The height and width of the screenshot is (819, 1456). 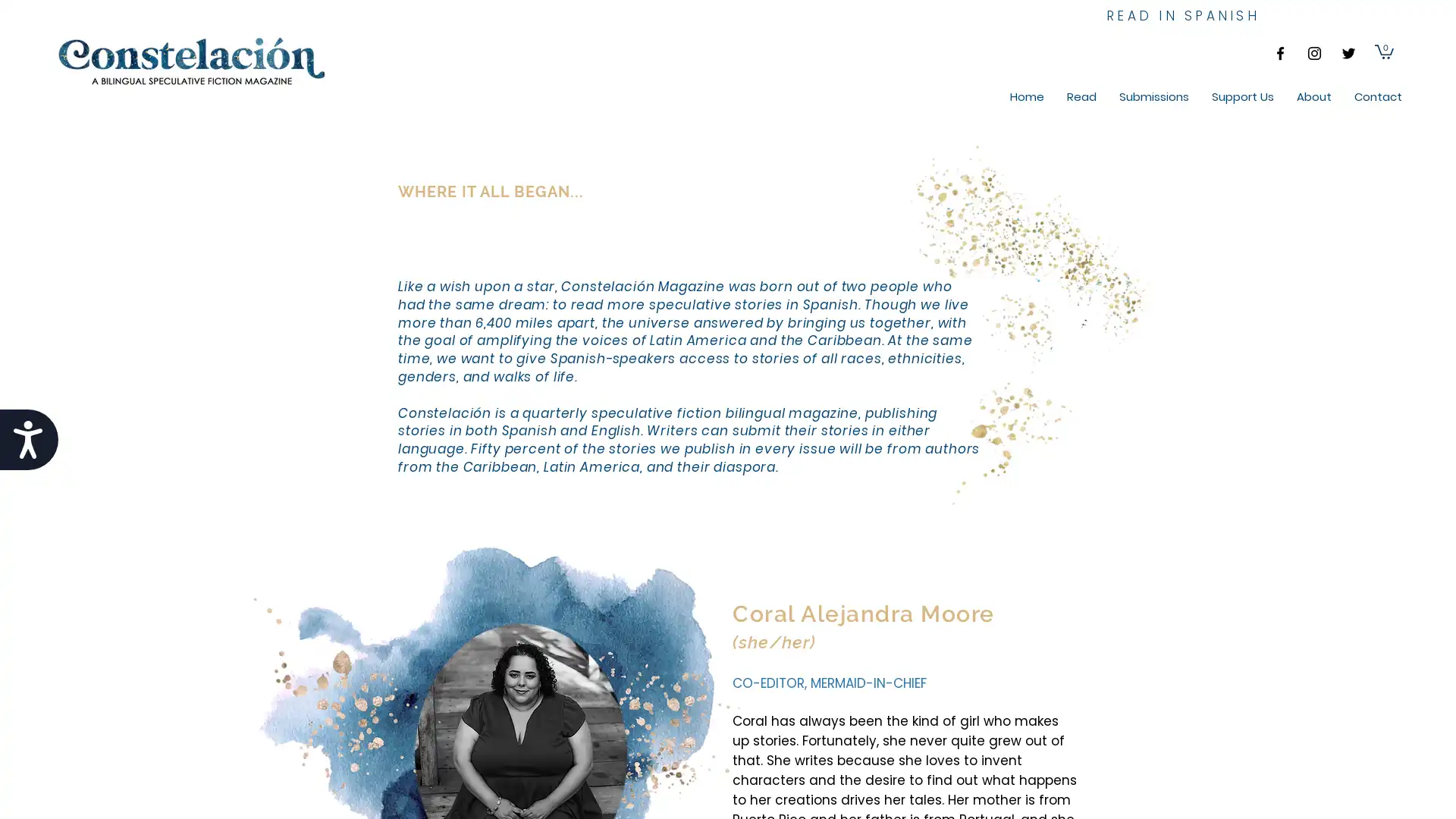 I want to click on Cookie Settings, so click(x=1291, y=792).